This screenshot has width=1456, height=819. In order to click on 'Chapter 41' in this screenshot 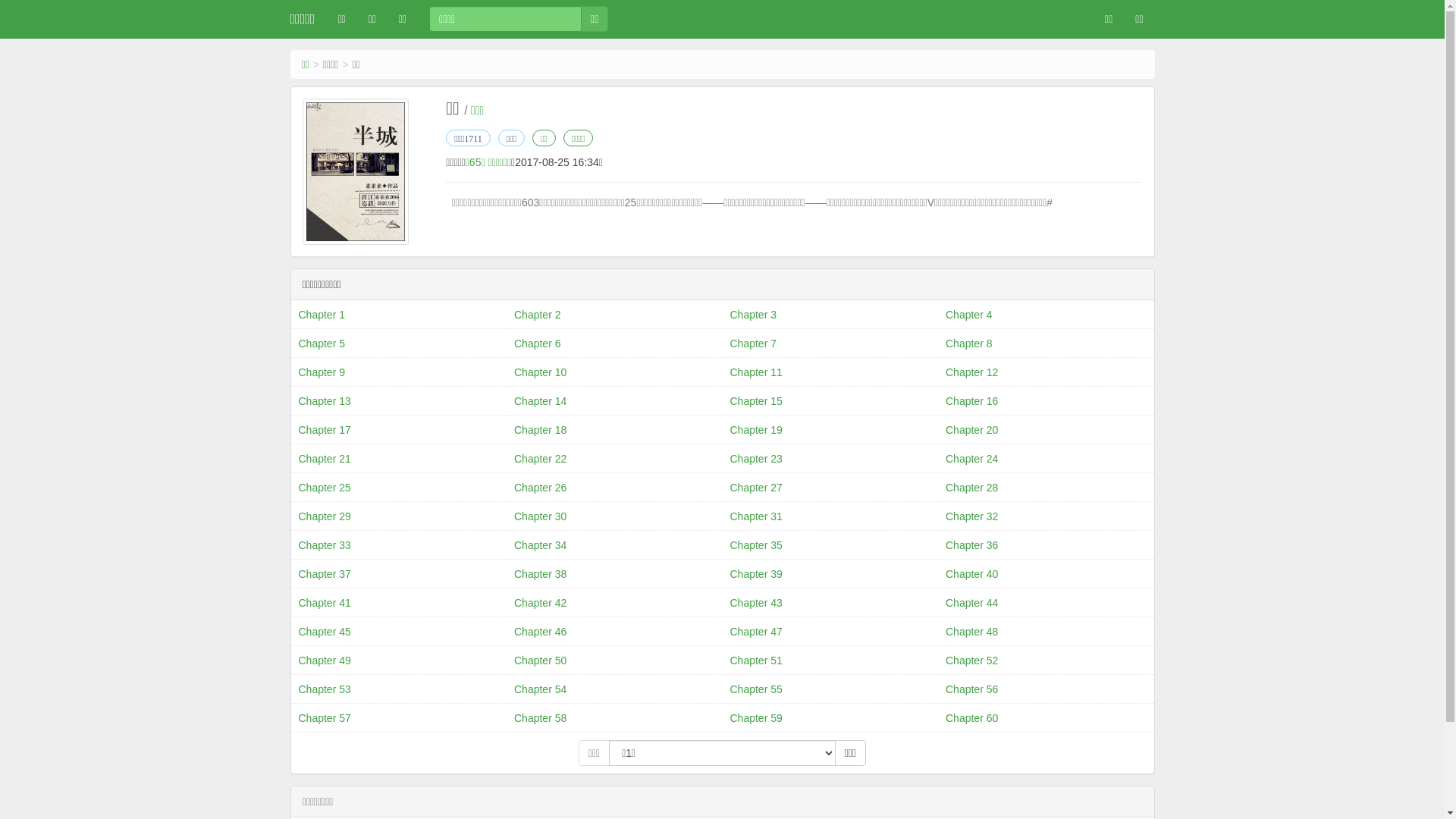, I will do `click(298, 601)`.